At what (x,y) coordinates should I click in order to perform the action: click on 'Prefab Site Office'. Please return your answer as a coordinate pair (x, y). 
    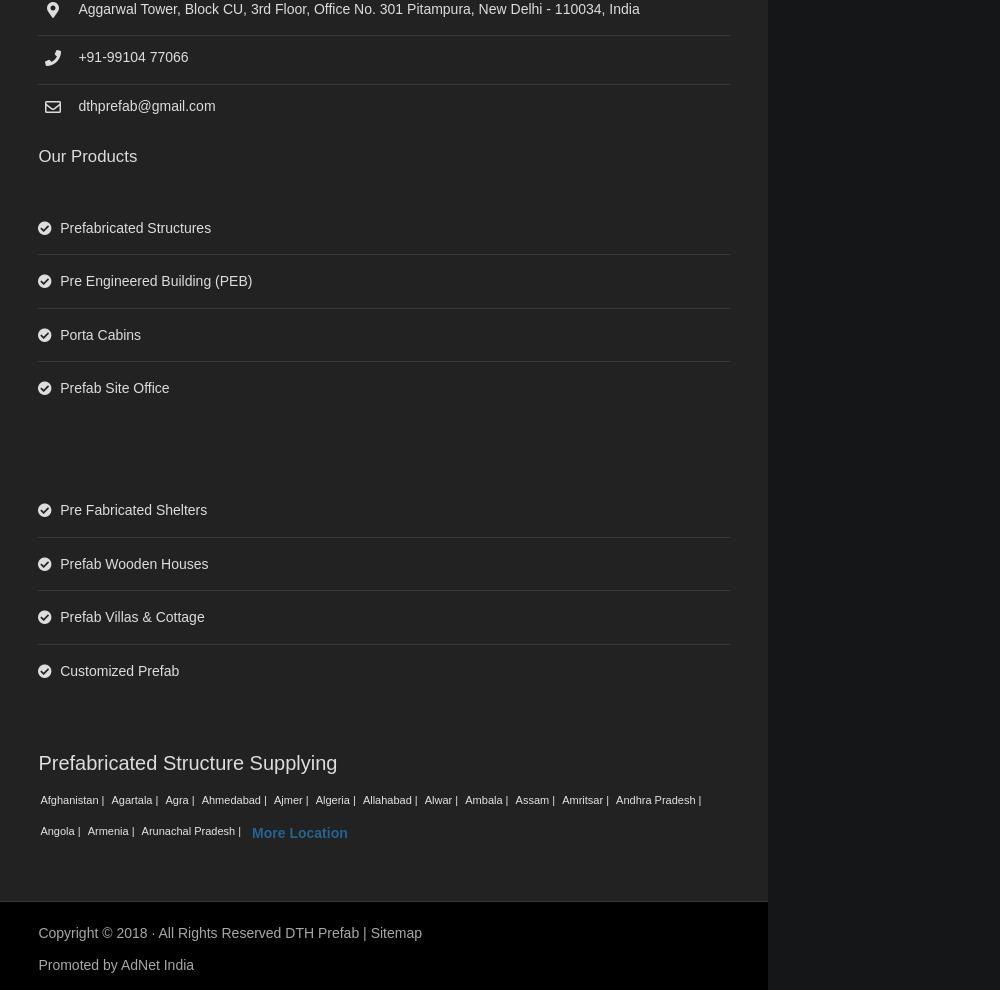
    Looking at the image, I should click on (113, 387).